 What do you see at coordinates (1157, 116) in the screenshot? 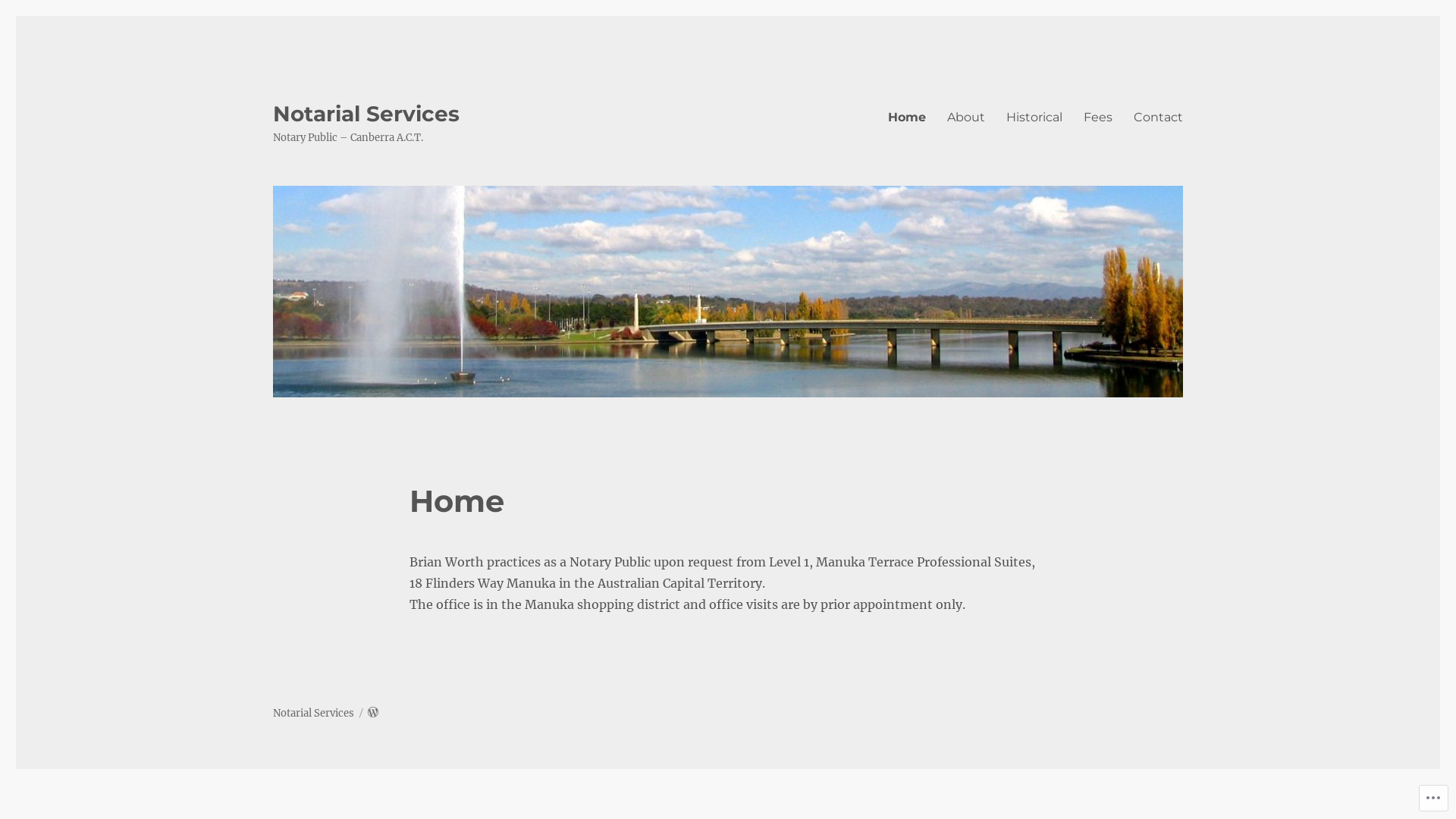
I see `'Contact'` at bounding box center [1157, 116].